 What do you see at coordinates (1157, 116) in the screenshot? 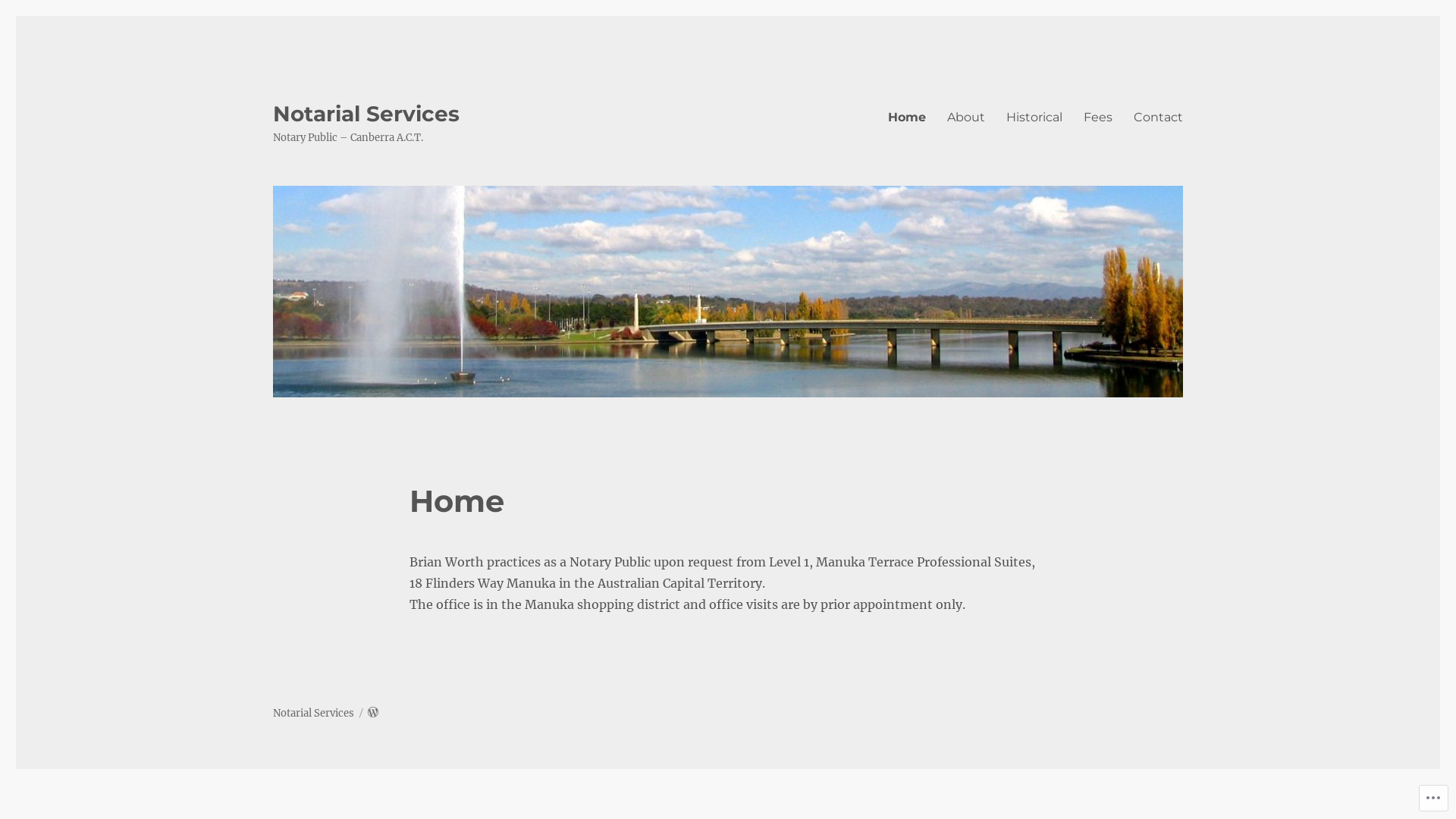
I see `'Contact'` at bounding box center [1157, 116].